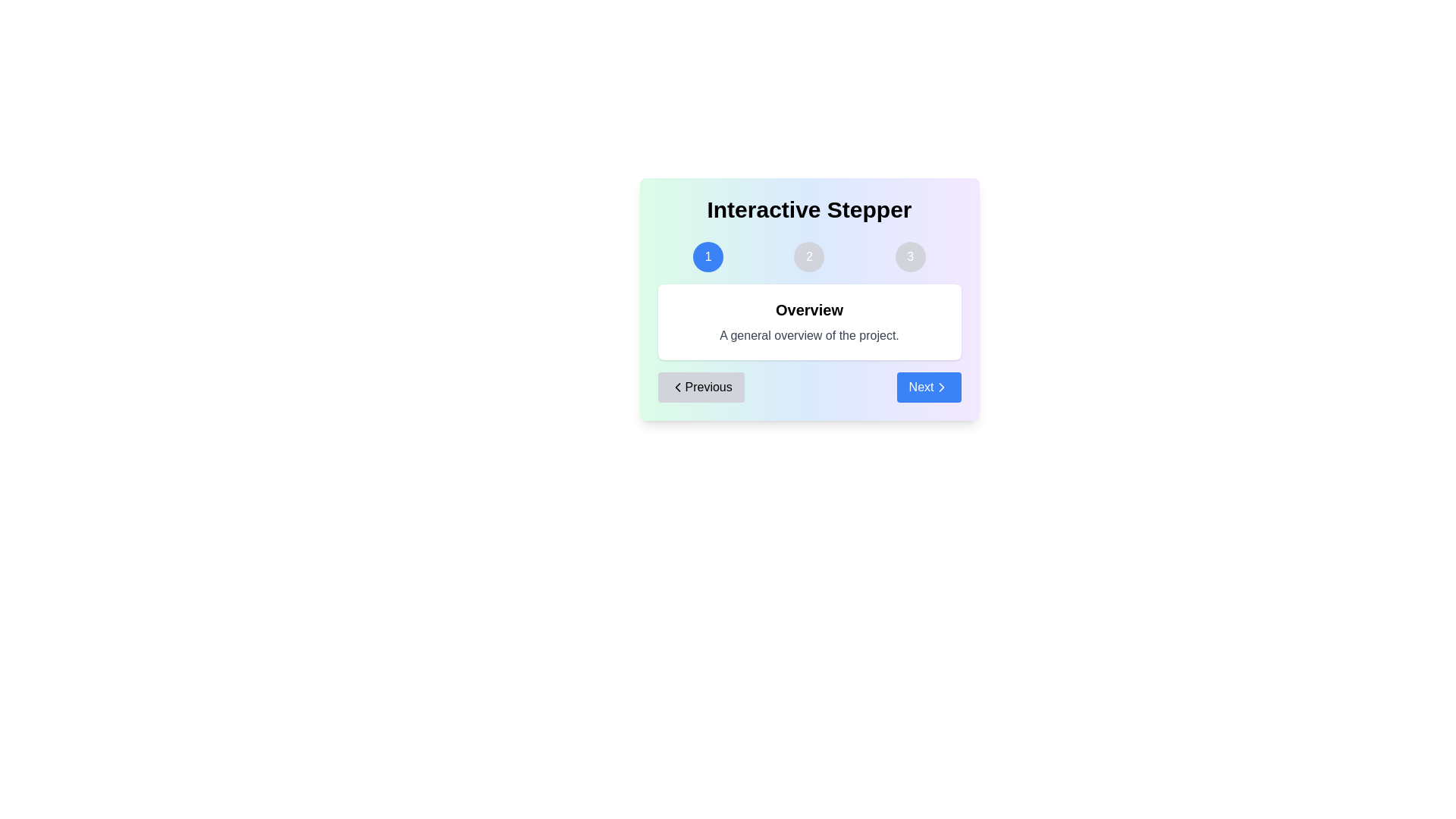  What do you see at coordinates (927, 386) in the screenshot?
I see `the 'Next' button to navigate to the next step` at bounding box center [927, 386].